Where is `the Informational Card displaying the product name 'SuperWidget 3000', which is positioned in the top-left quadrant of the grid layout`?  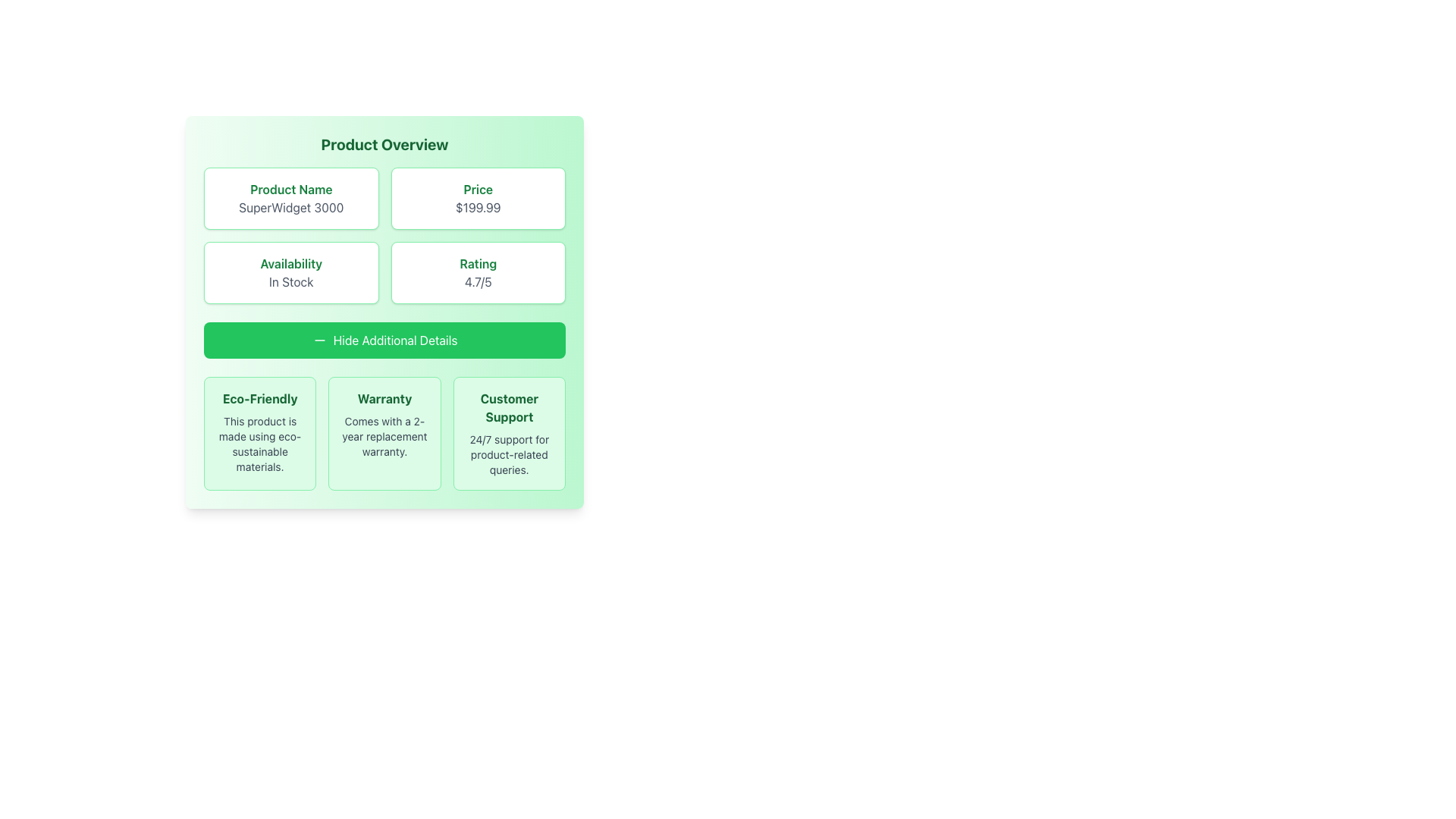 the Informational Card displaying the product name 'SuperWidget 3000', which is positioned in the top-left quadrant of the grid layout is located at coordinates (291, 198).